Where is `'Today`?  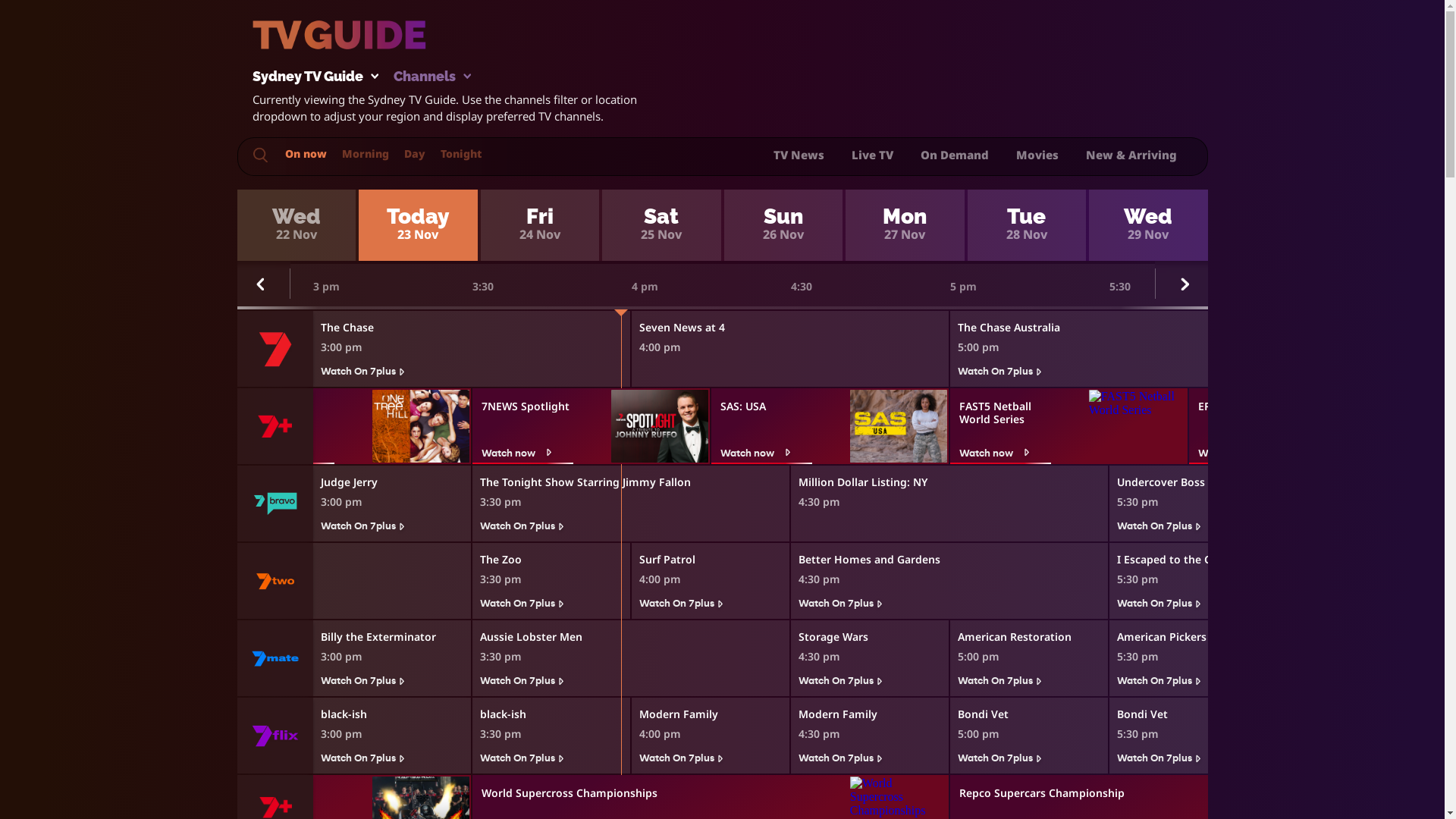
'Today is located at coordinates (418, 225).